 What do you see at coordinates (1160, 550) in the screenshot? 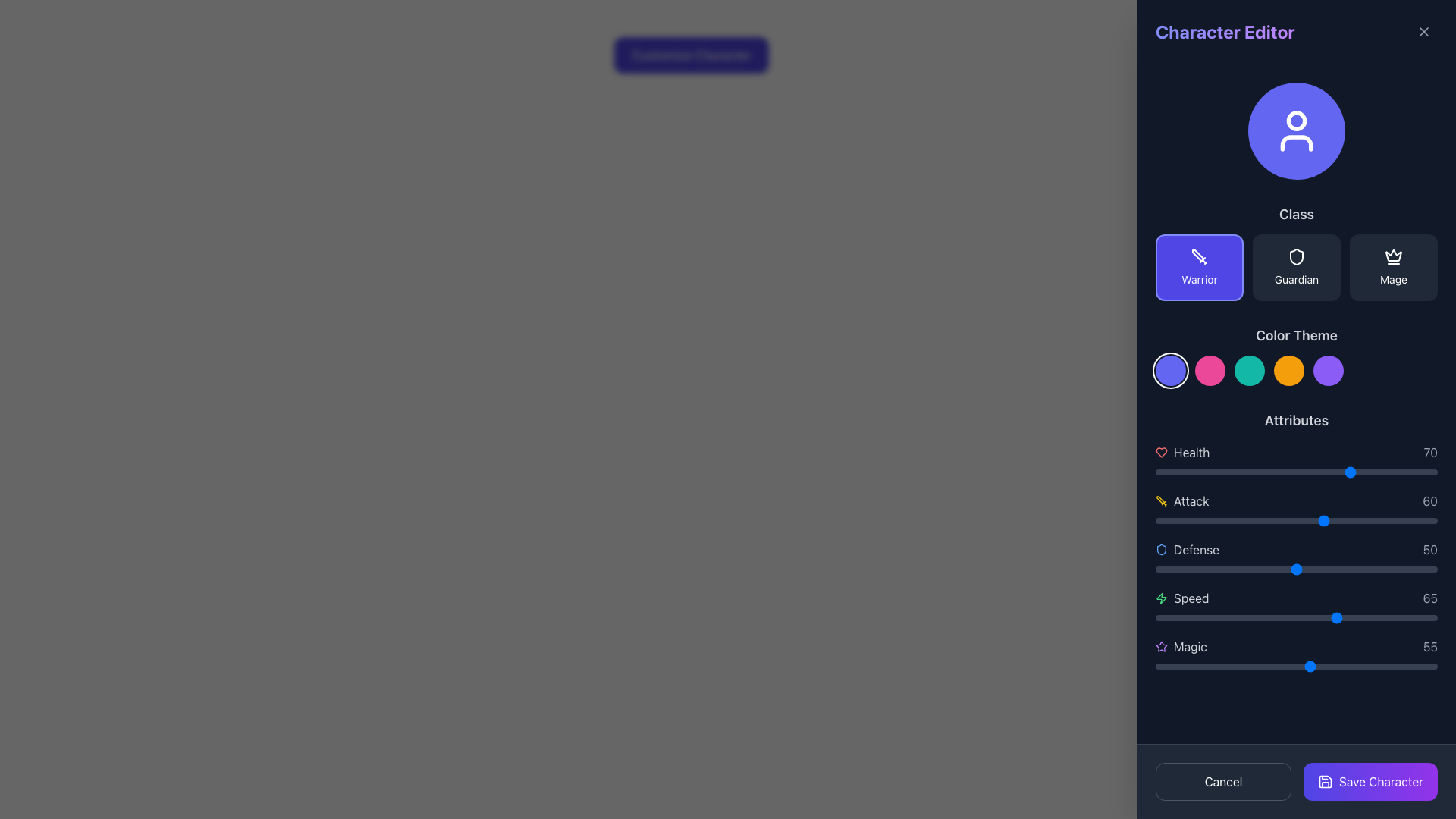
I see `the blue outlined shield icon labeled 'Defense', which is located in the upper-middle section of the interface, next to the 'Defense' text` at bounding box center [1160, 550].